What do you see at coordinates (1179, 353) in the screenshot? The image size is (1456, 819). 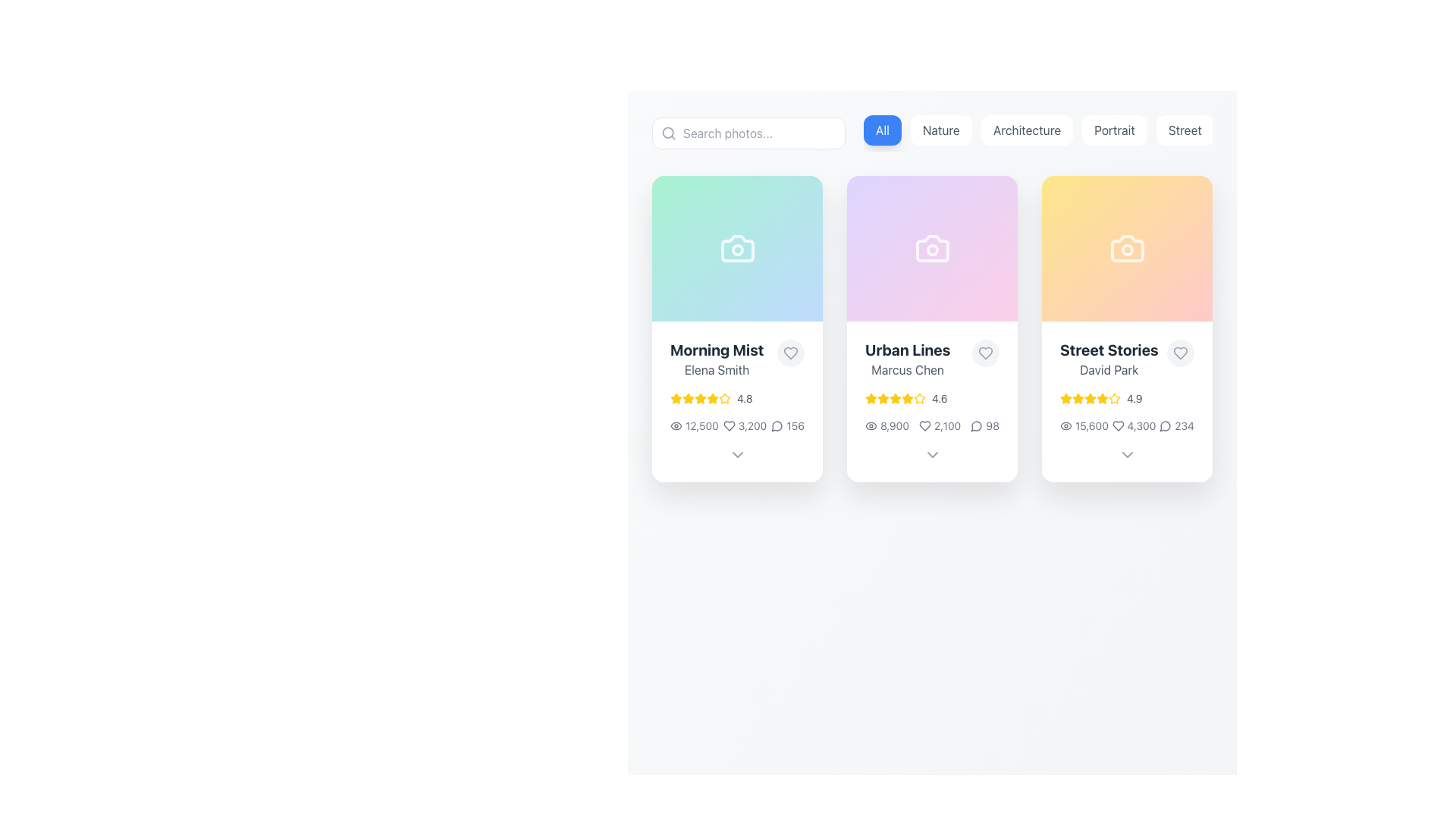 I see `the interactive circular button with a heart icon located at the top-right corner of the 'Street Stories' card by 'David Park'` at bounding box center [1179, 353].